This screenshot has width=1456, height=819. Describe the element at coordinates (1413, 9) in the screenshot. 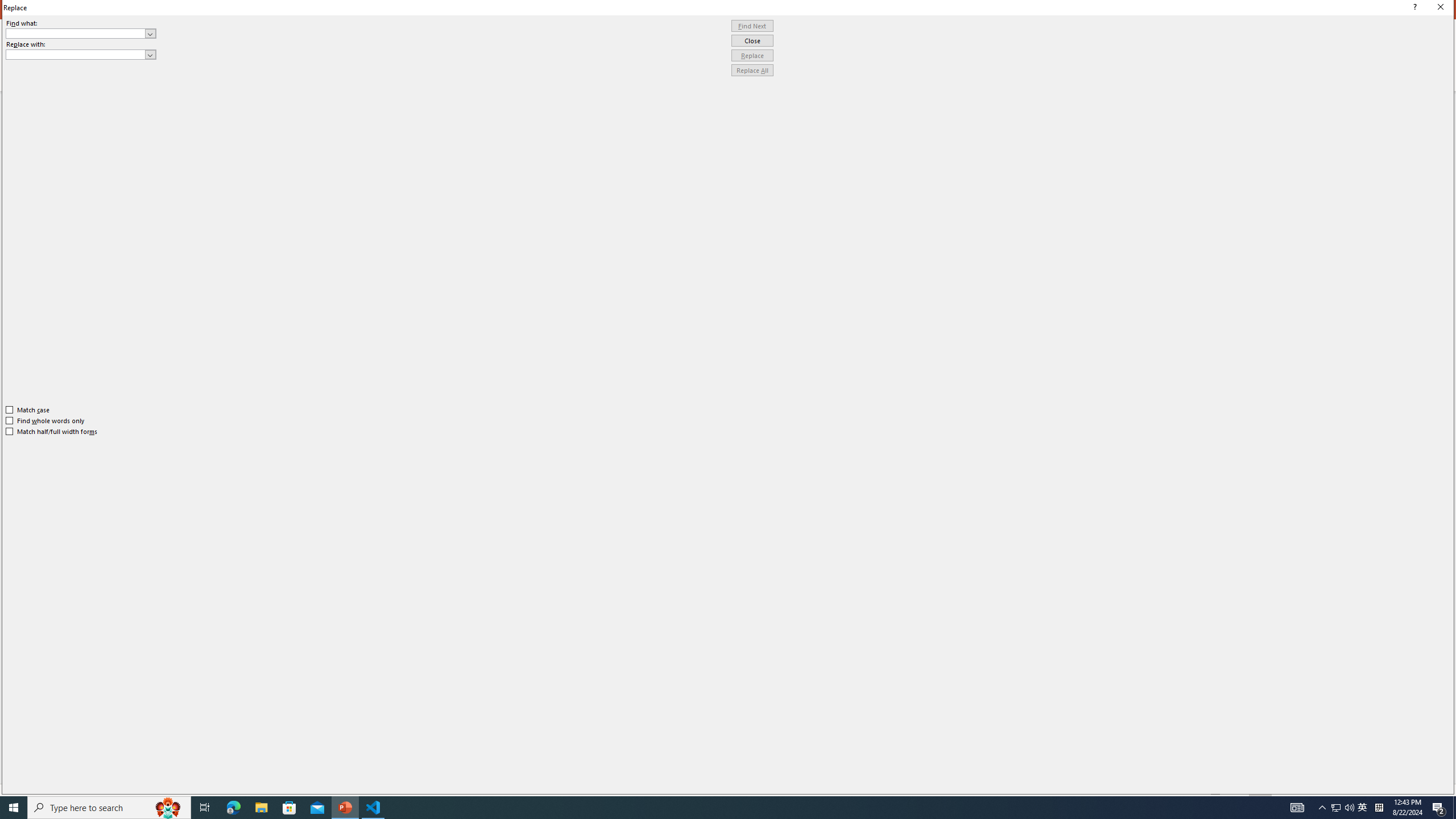

I see `'Context help'` at that location.